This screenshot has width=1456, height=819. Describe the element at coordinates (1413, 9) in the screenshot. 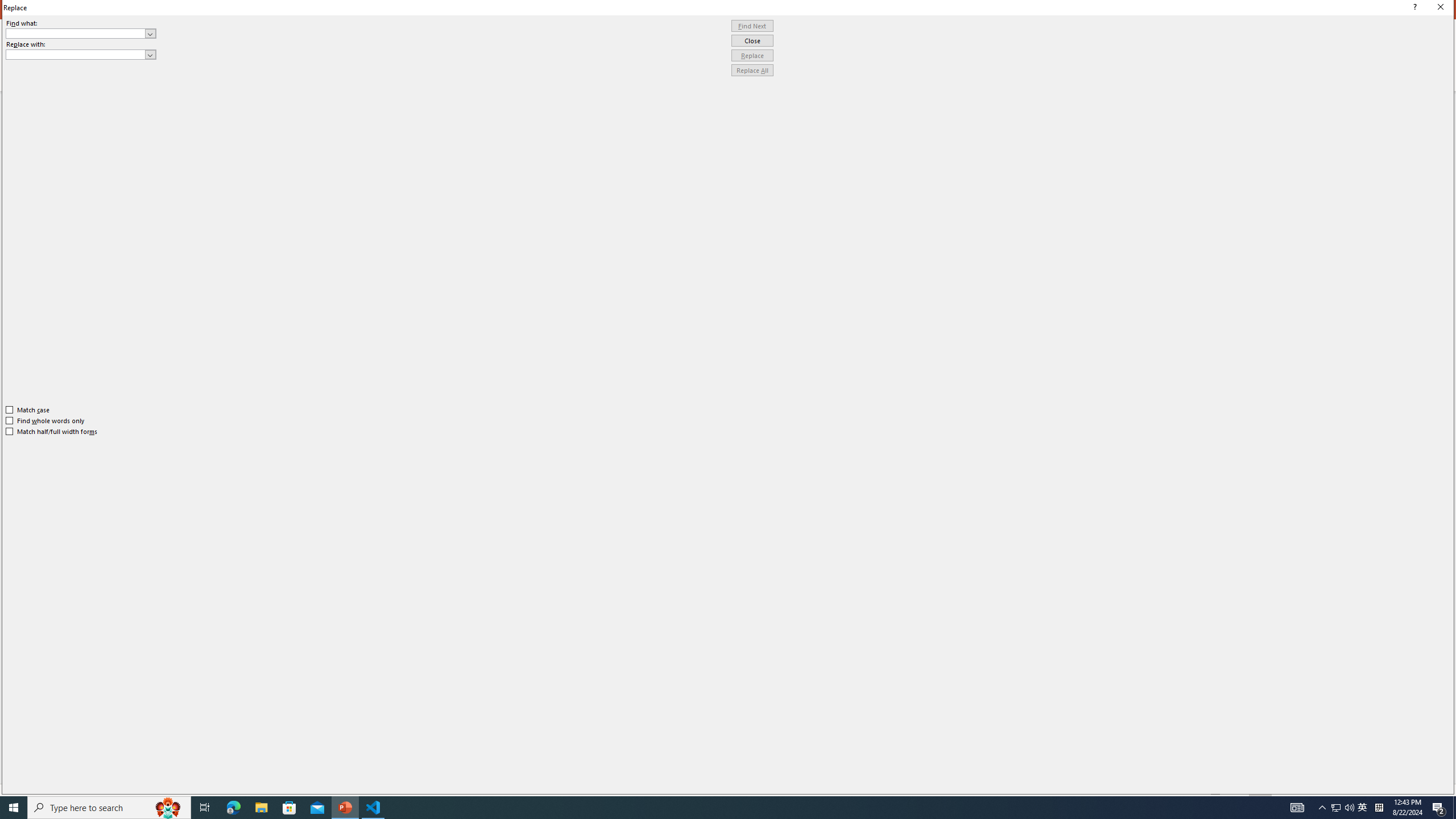

I see `'Context help'` at that location.